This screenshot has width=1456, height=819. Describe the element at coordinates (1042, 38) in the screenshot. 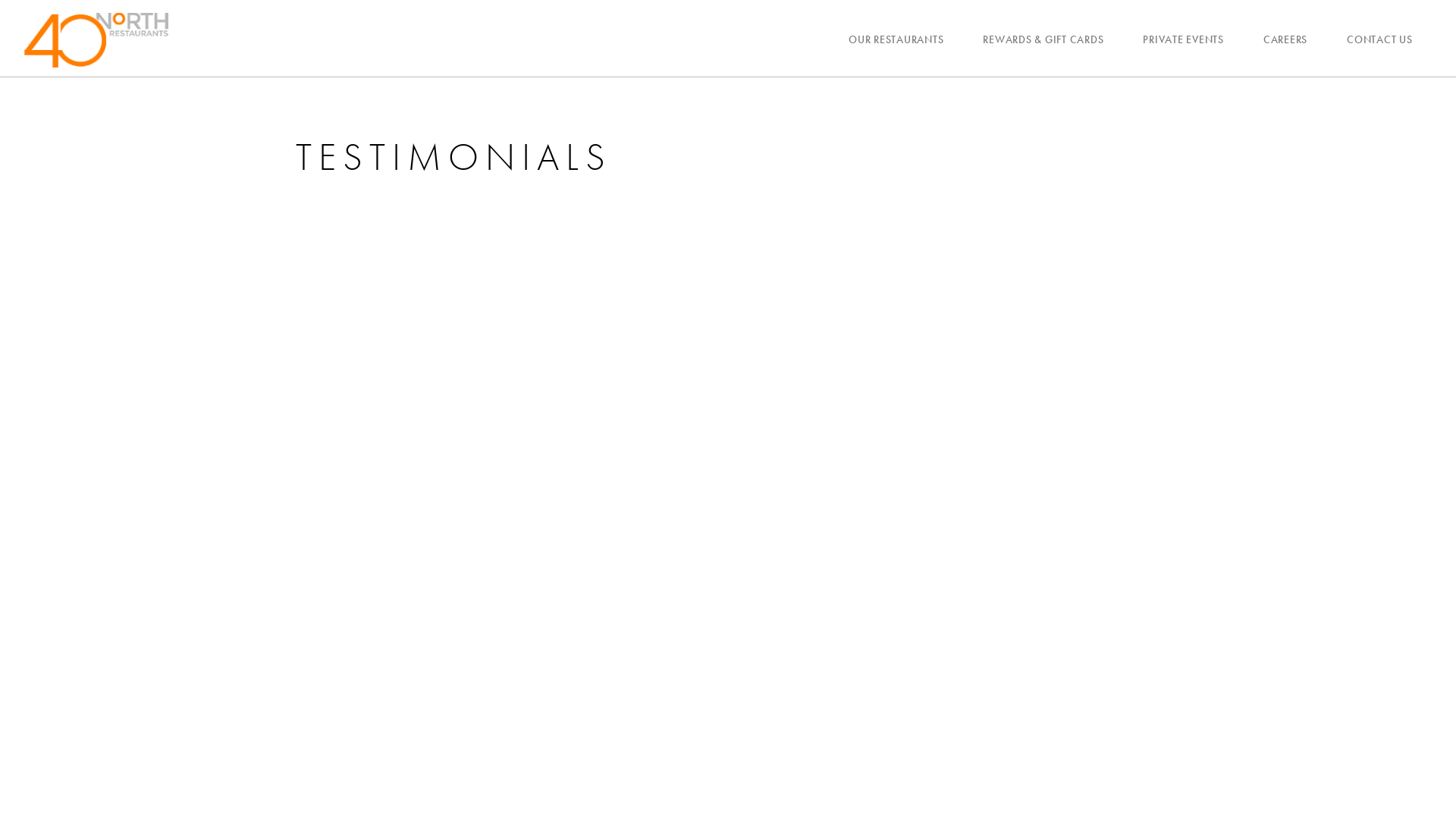

I see `'REWARDS & GIFT CARDS'` at that location.